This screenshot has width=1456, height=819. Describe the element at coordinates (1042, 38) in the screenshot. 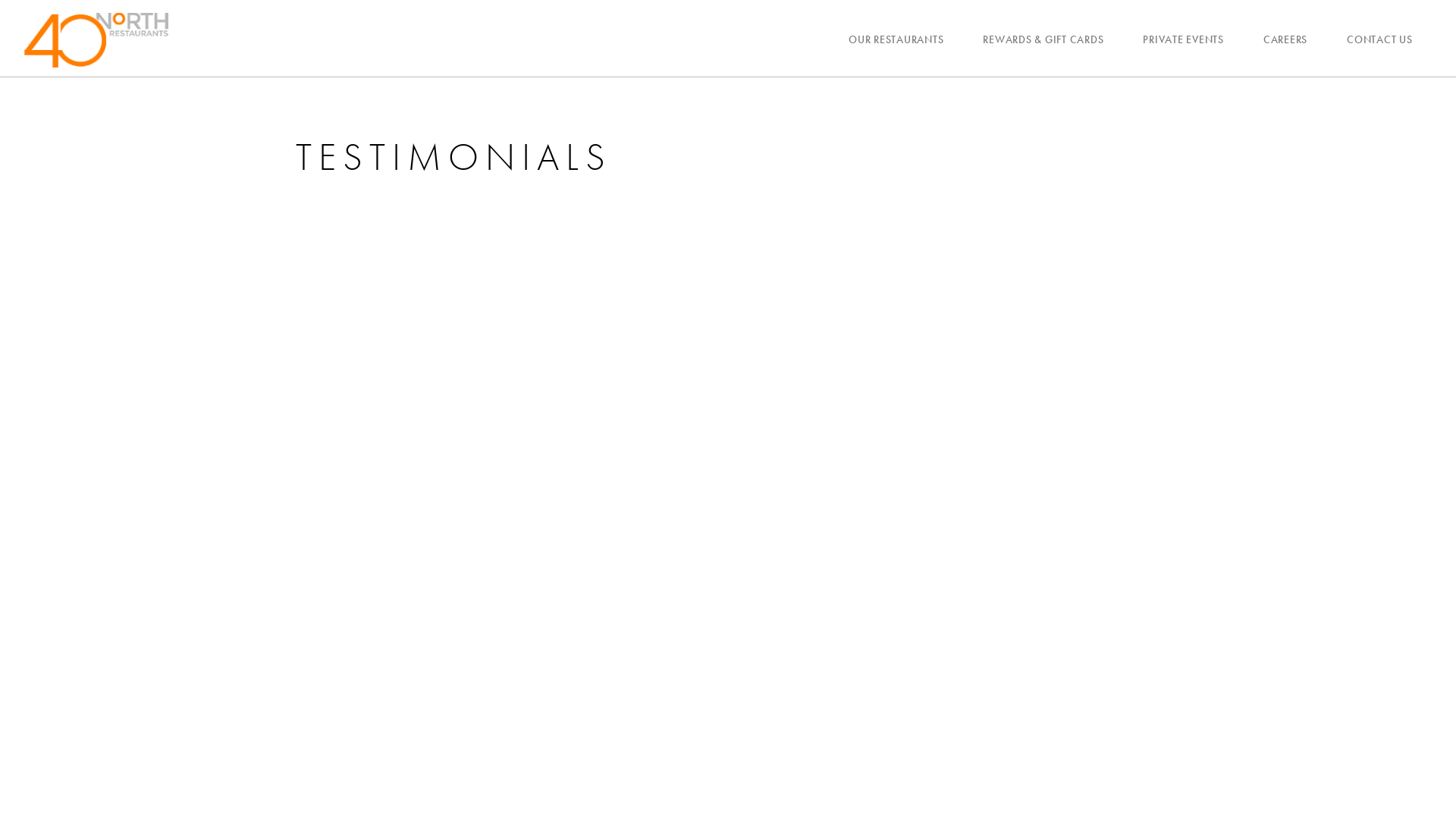

I see `'REWARDS & GIFT CARDS'` at that location.